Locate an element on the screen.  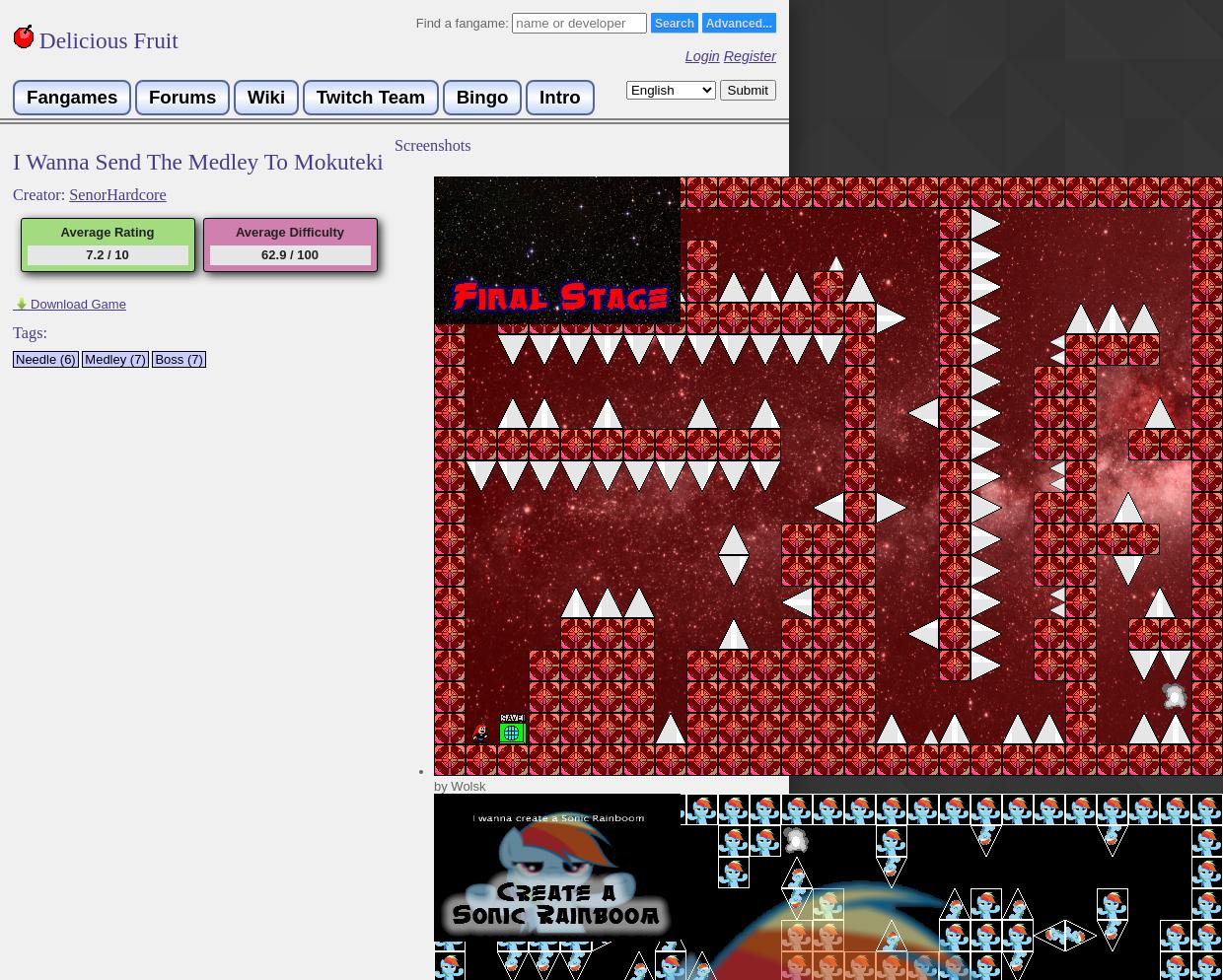
'Twitch Team' is located at coordinates (369, 97).